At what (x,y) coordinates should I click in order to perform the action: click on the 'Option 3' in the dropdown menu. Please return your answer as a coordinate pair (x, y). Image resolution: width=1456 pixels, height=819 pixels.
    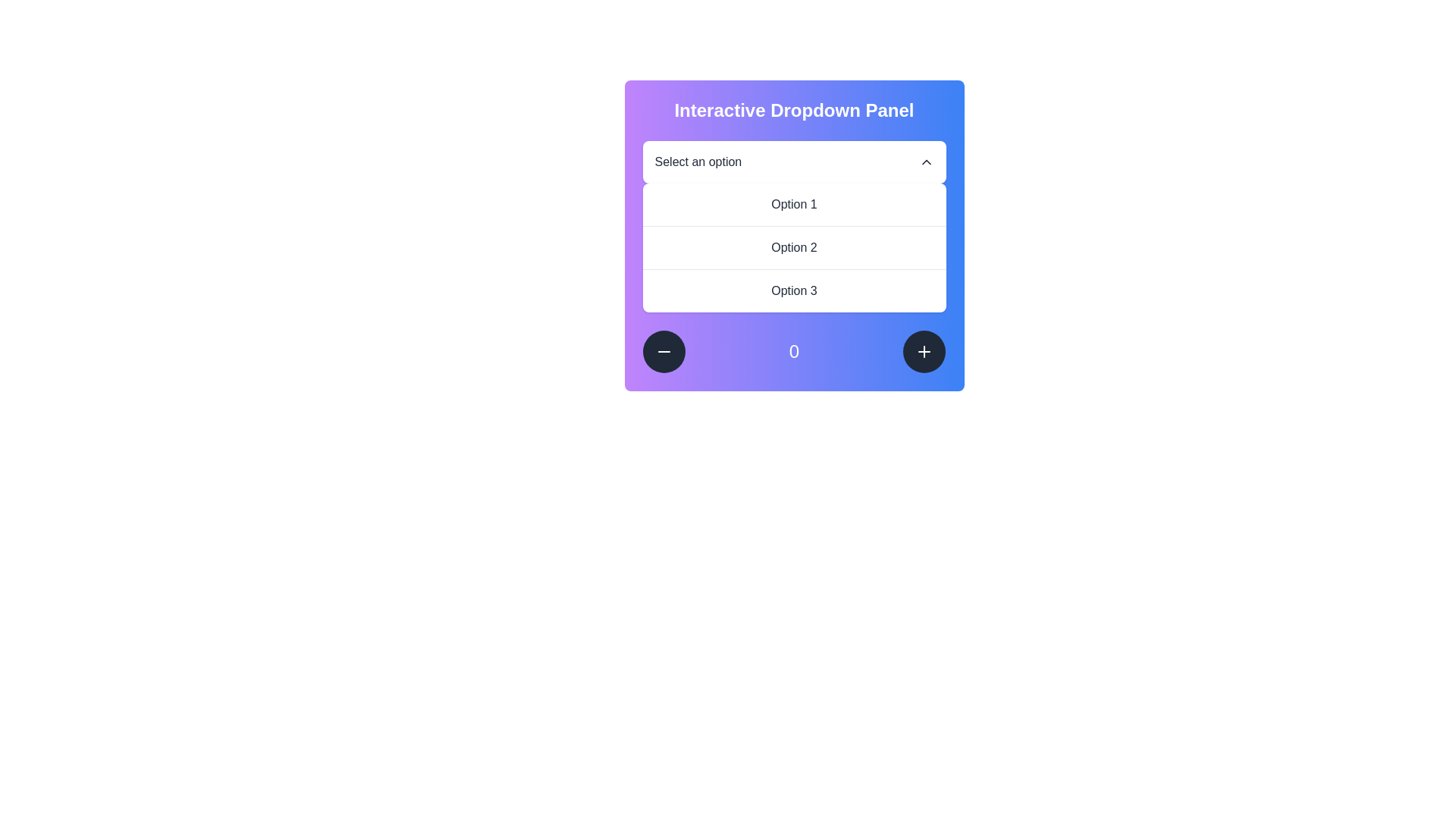
    Looking at the image, I should click on (793, 290).